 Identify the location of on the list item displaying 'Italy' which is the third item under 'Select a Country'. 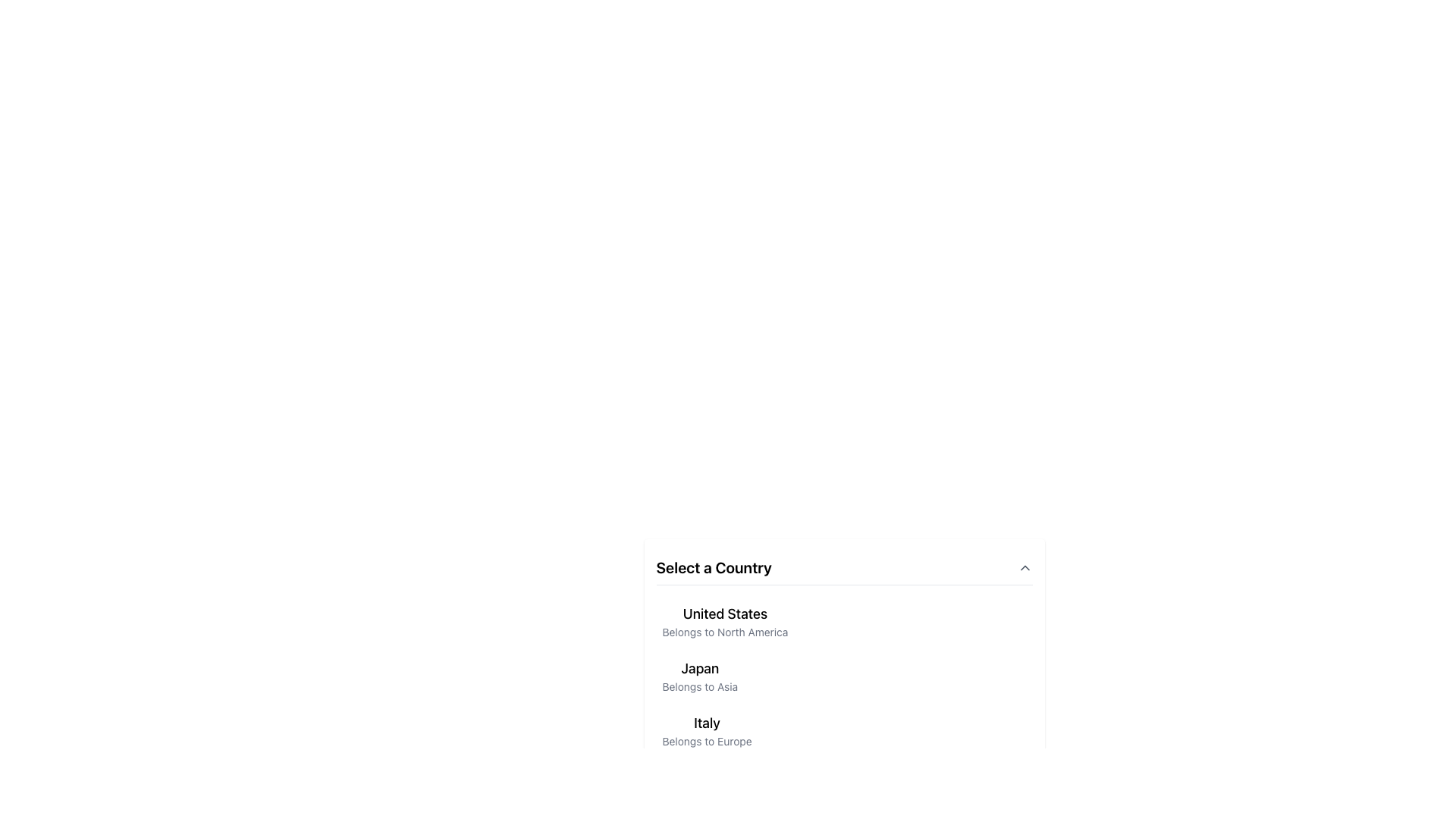
(706, 730).